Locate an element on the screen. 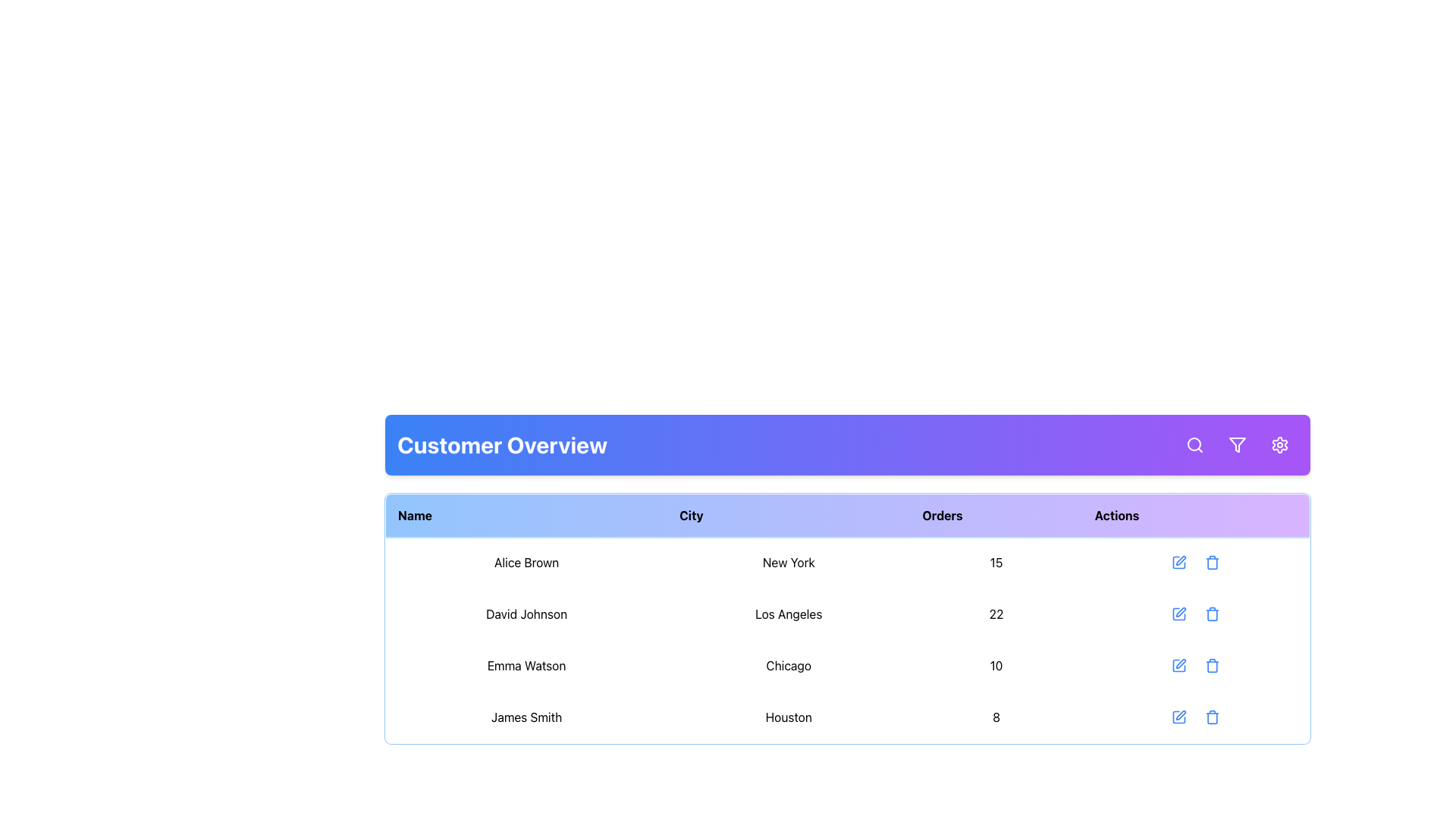 The width and height of the screenshot is (1456, 819). the blue pen icon in the action column of the table for the 'David Johnson' row is located at coordinates (1178, 614).